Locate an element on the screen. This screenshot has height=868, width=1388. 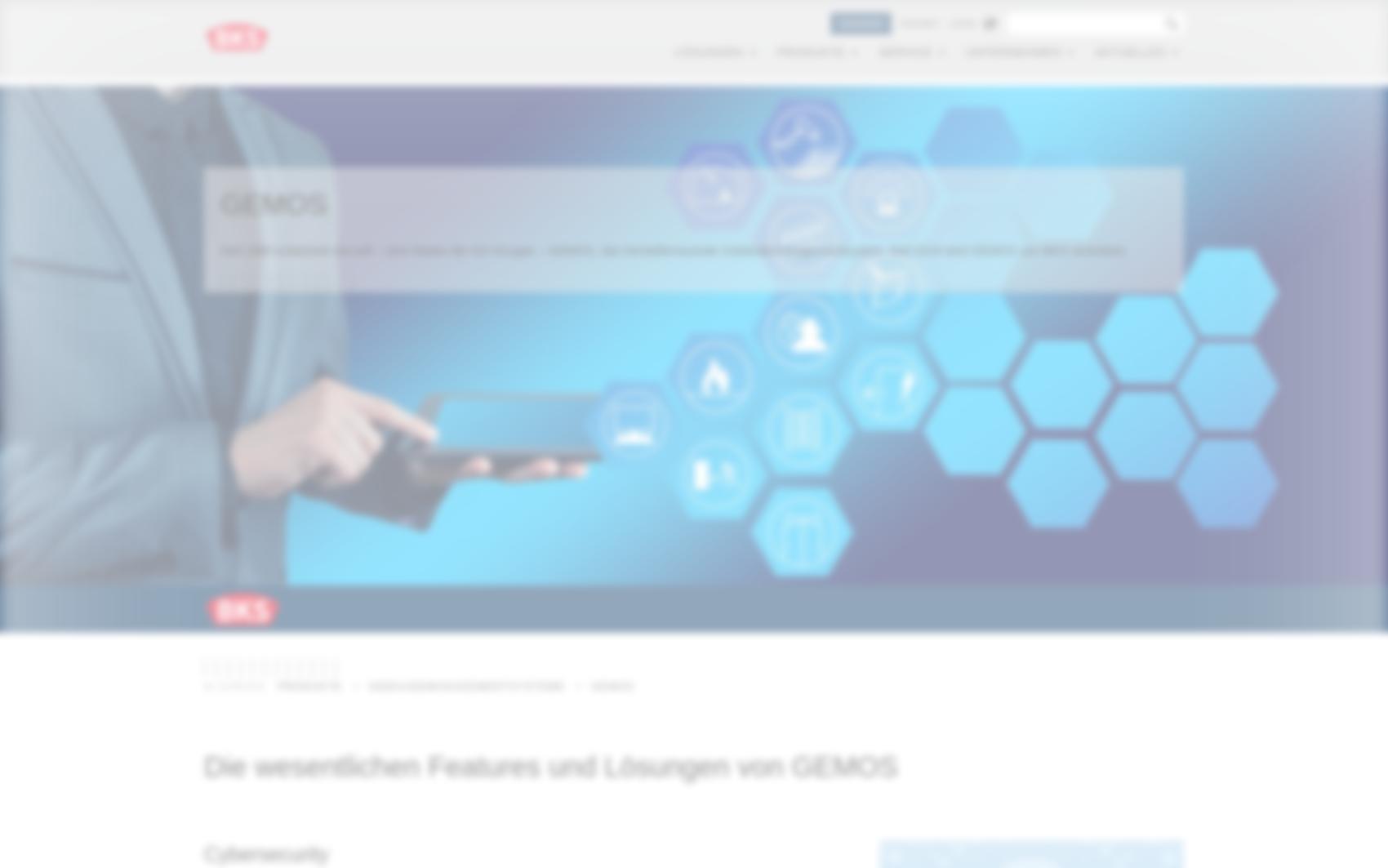
'Unternehmen' is located at coordinates (1012, 55).